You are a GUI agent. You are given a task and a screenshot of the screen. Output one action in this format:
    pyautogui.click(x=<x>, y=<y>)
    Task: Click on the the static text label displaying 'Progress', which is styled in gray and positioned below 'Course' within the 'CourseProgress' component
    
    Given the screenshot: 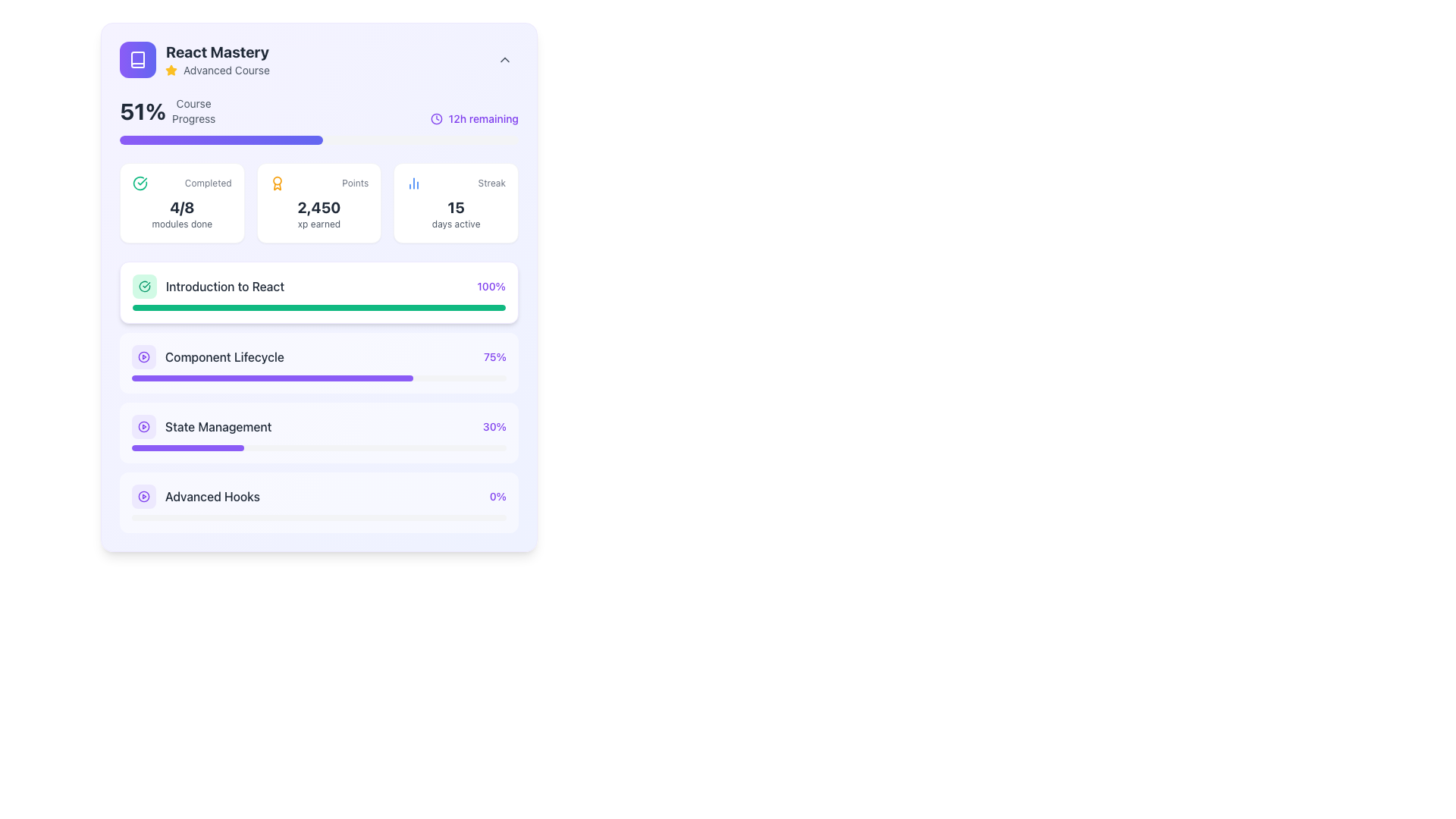 What is the action you would take?
    pyautogui.click(x=193, y=118)
    